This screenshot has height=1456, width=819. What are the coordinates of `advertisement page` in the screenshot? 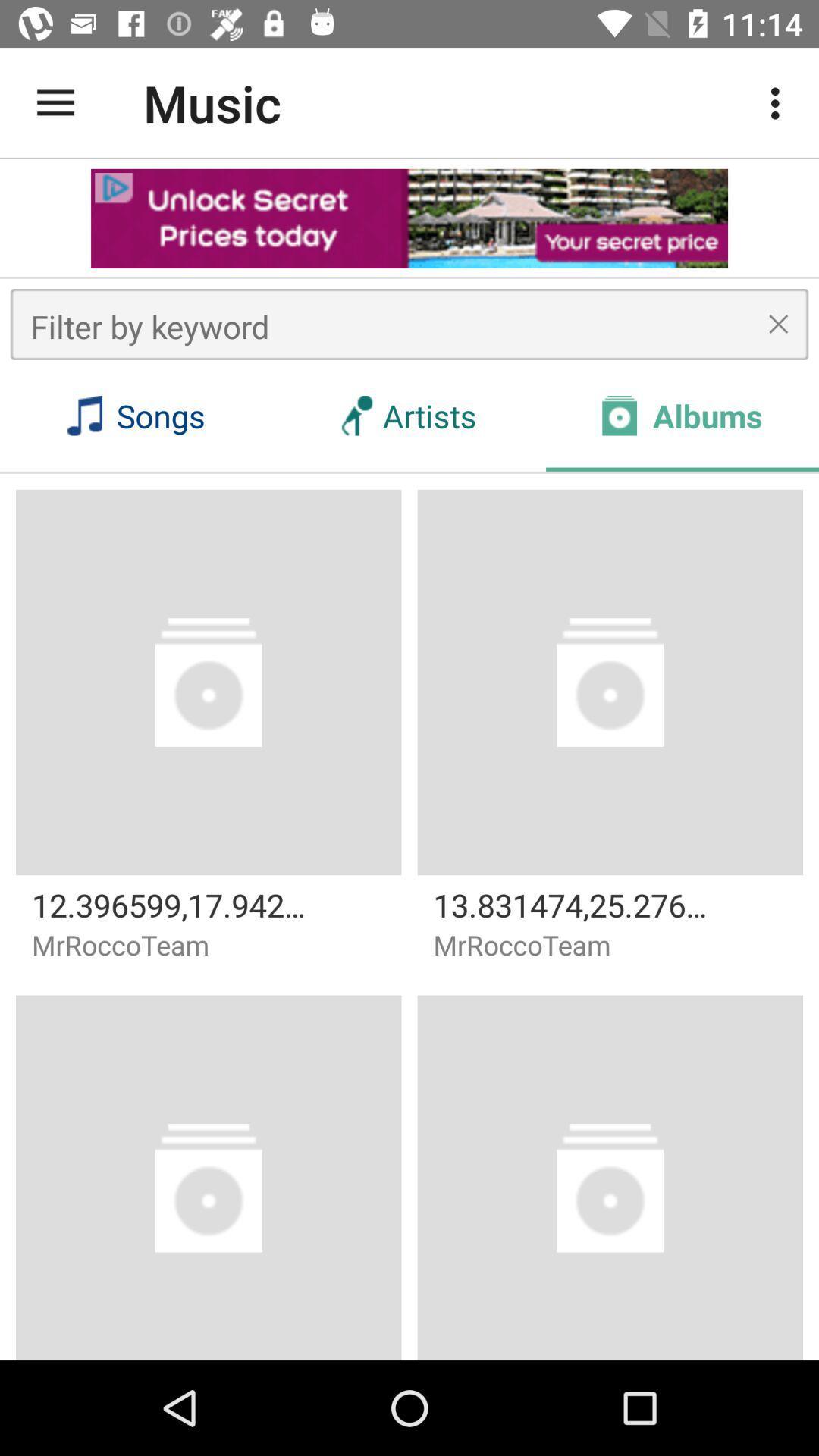 It's located at (409, 218).